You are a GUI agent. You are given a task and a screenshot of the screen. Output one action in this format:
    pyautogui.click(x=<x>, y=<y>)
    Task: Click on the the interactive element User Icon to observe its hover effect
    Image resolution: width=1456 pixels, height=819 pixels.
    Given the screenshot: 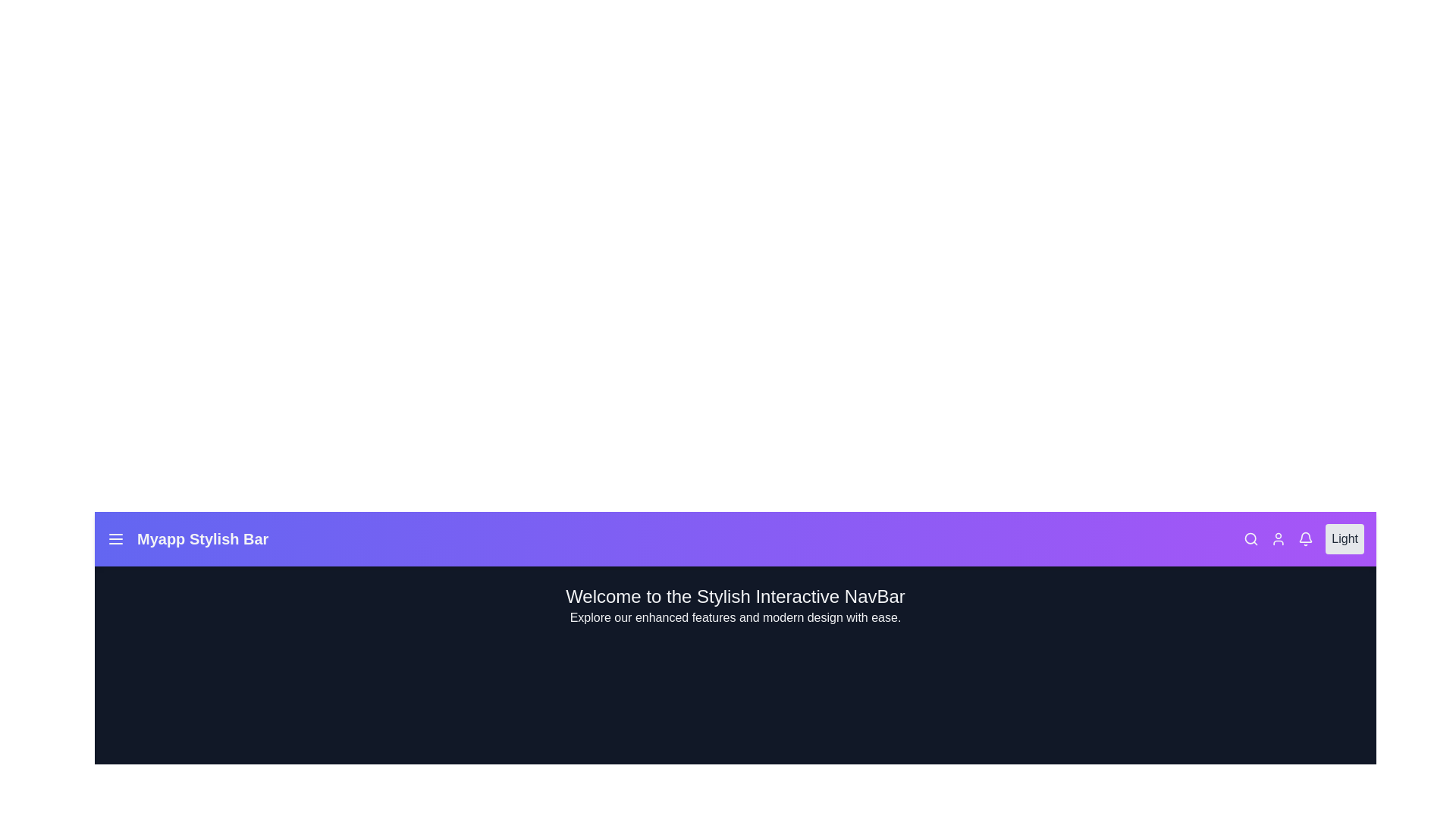 What is the action you would take?
    pyautogui.click(x=1277, y=538)
    